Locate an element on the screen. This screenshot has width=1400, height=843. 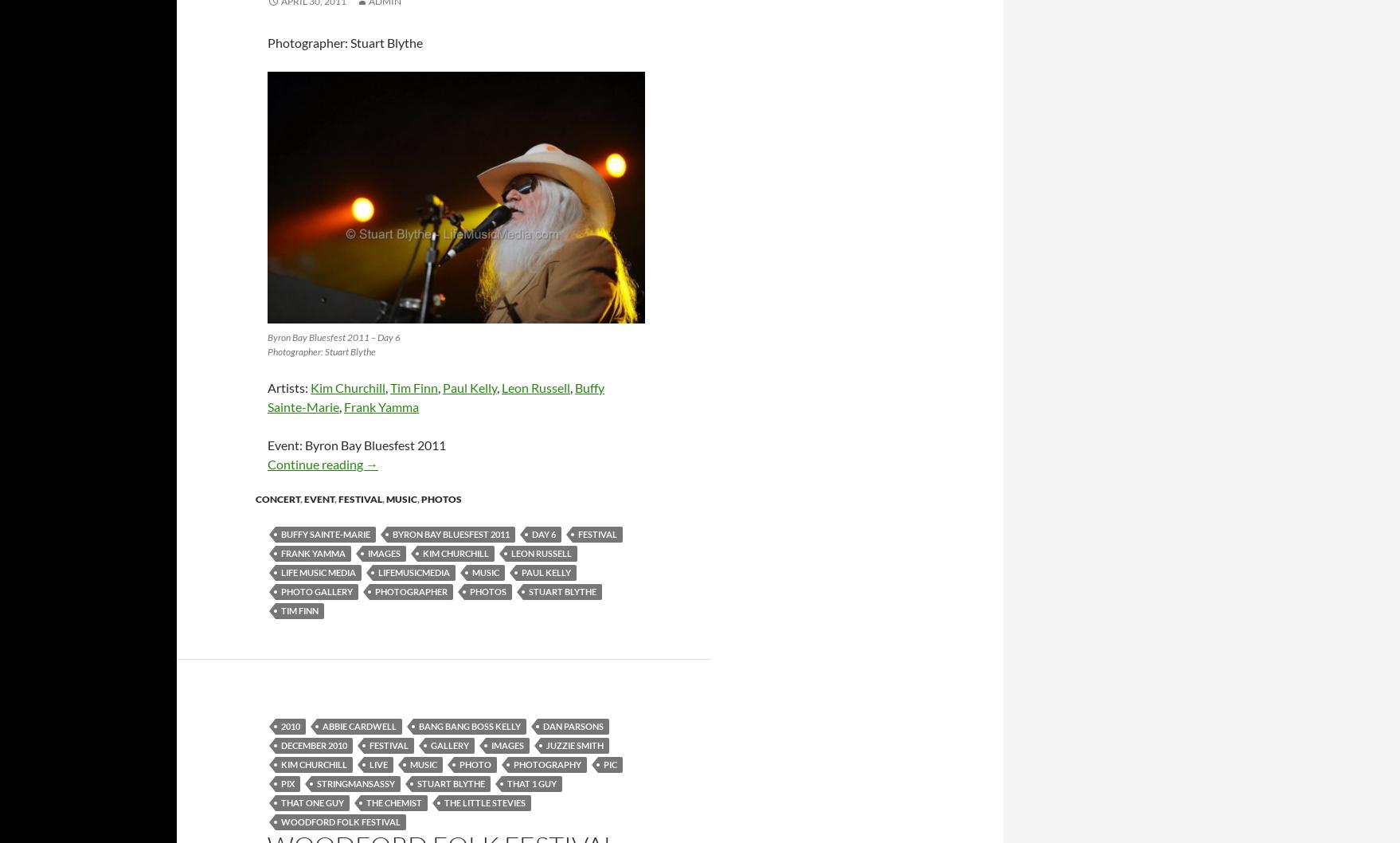
'Continue reading' is located at coordinates (267, 463).